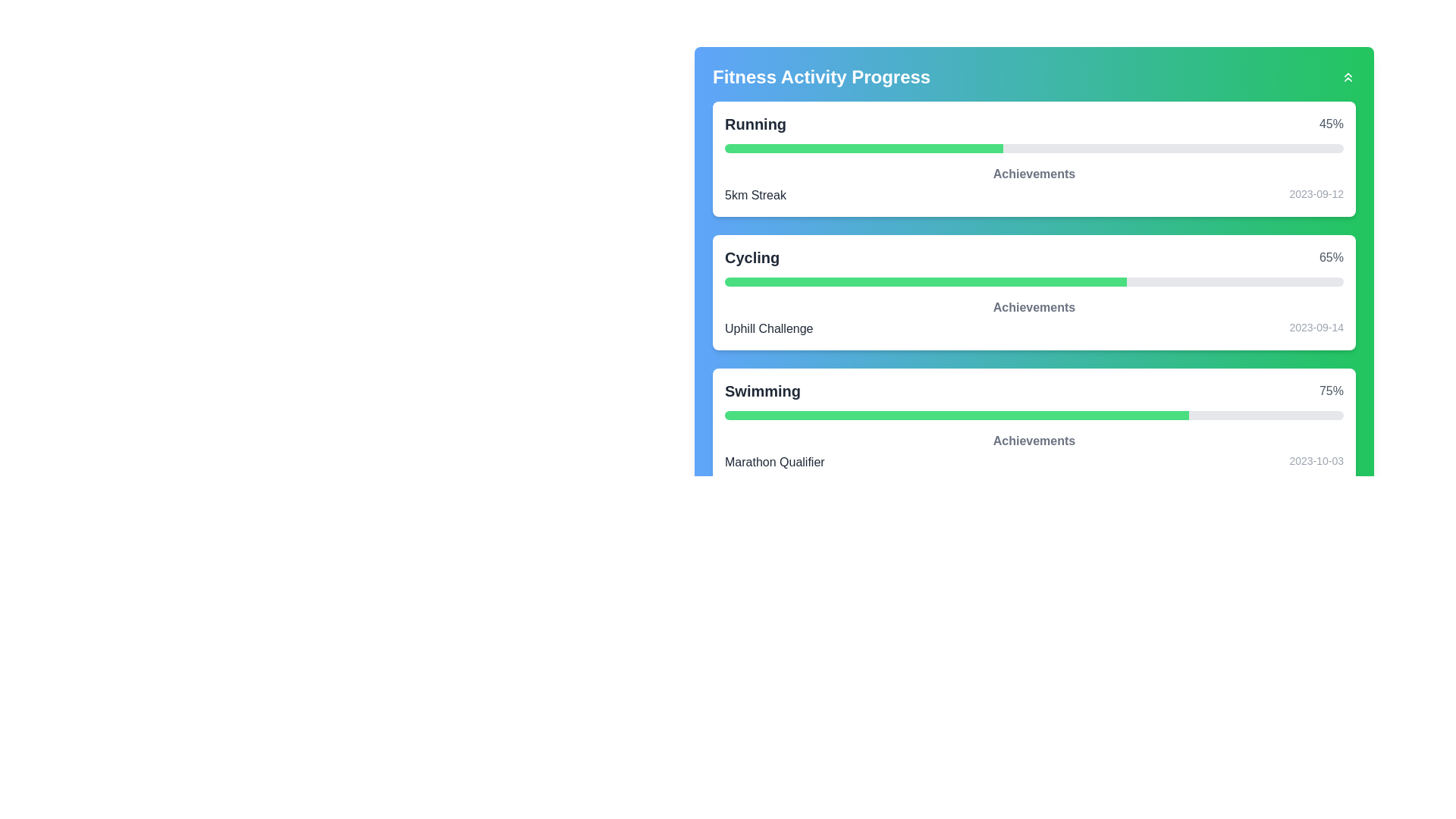 The image size is (1456, 819). I want to click on the collapsible or scroll-to-top icon button located at the top-right corner of the 'Fitness Activity Progress' header, so click(1348, 77).